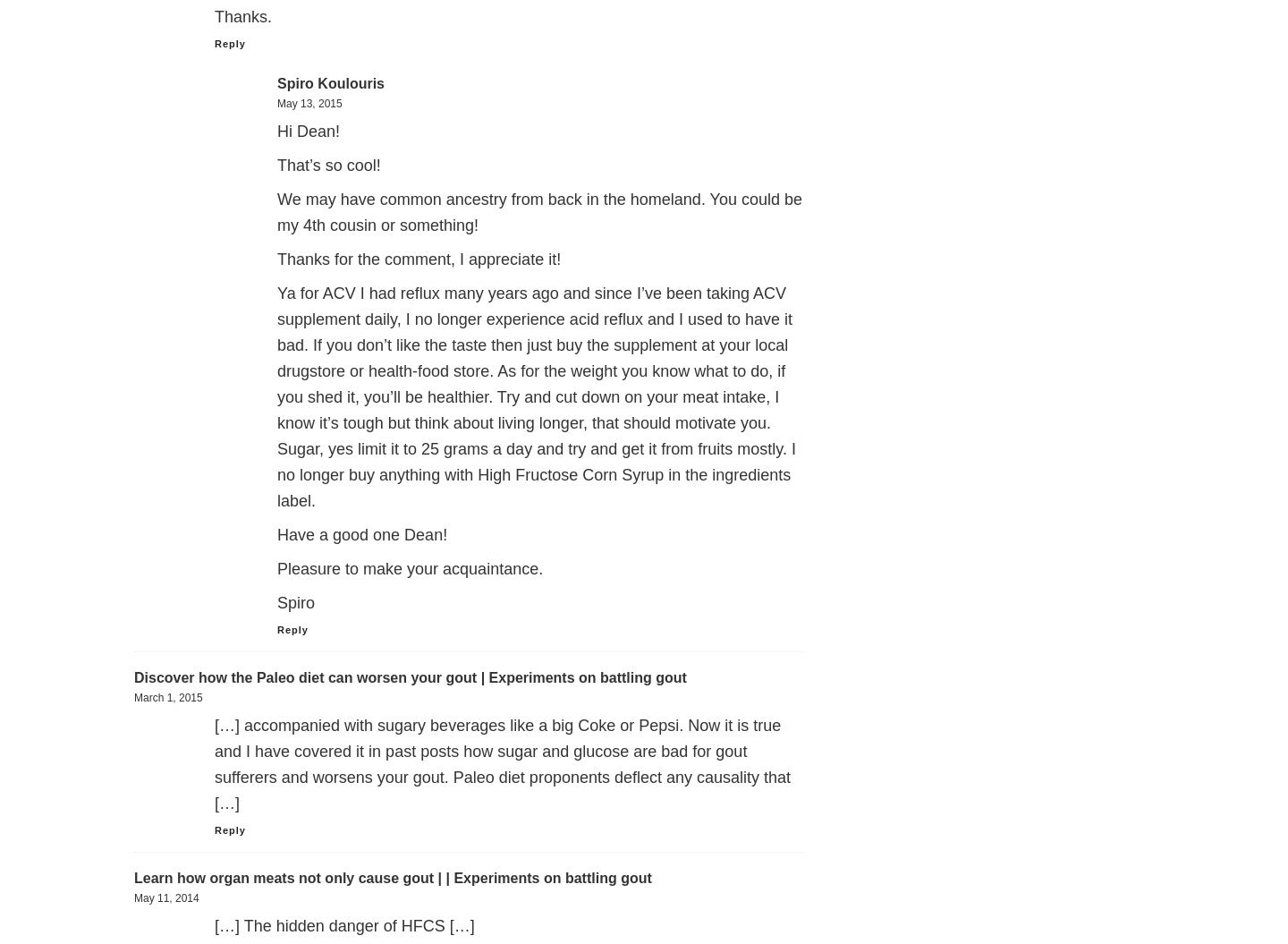 This screenshot has height=944, width=1288. Describe the element at coordinates (309, 103) in the screenshot. I see `'May 13, 2015'` at that location.